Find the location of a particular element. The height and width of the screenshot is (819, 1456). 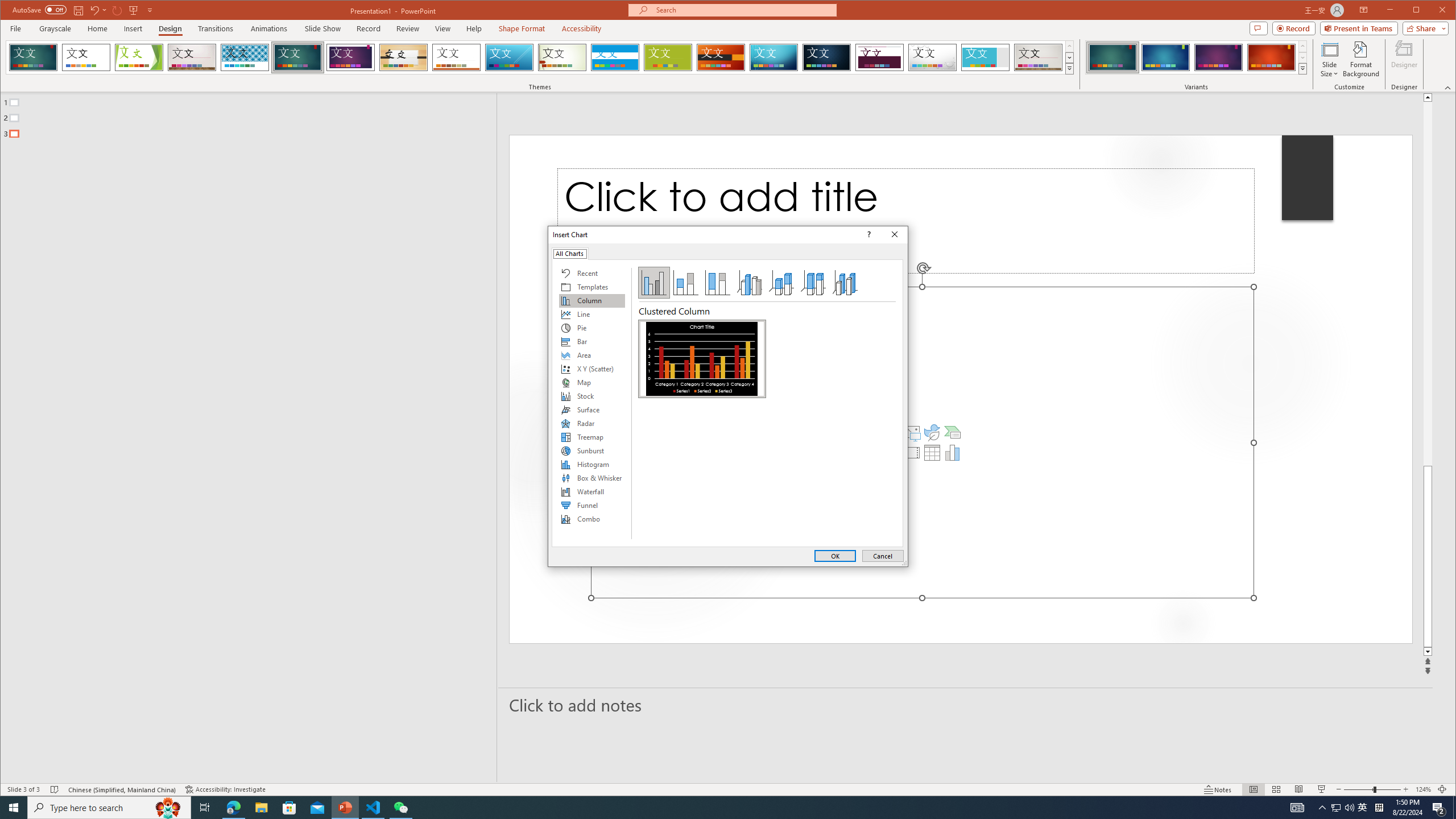

'Banded' is located at coordinates (614, 57).